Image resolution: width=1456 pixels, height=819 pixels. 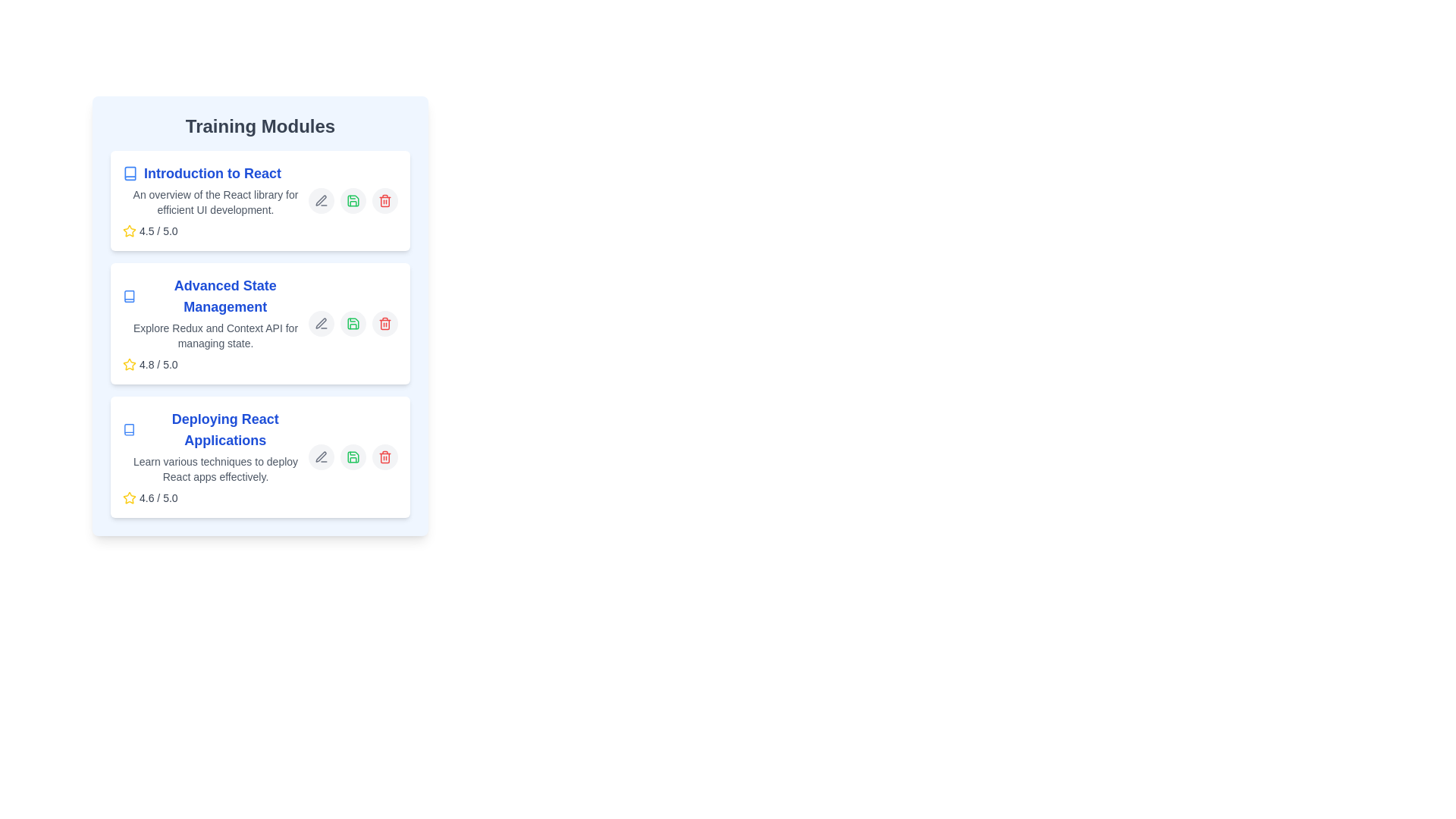 I want to click on the small blue book icon located to the left of the text 'Introduction to React' in the first training module box within the 'Training Modules' section, so click(x=130, y=172).